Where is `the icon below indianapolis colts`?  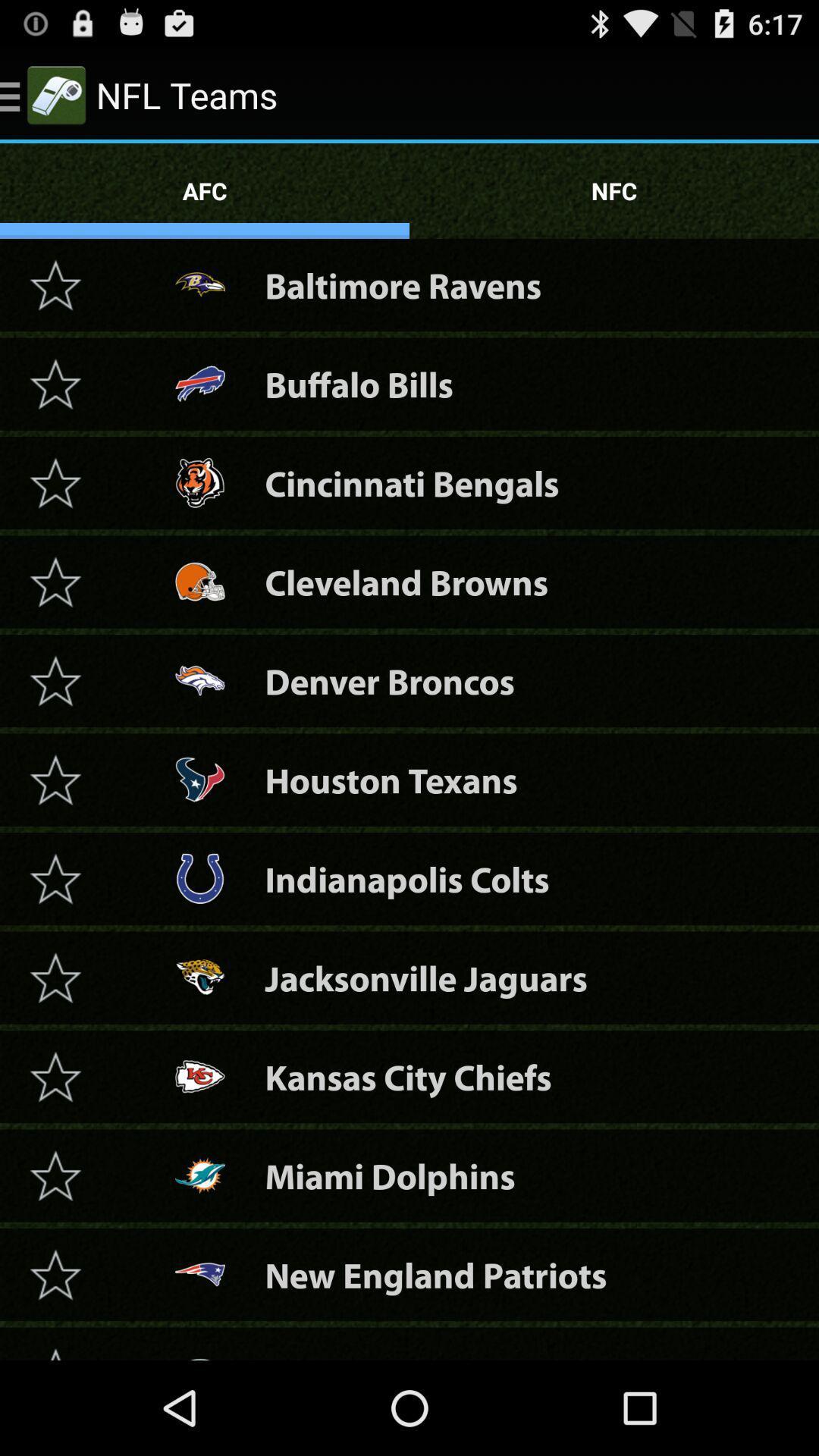
the icon below indianapolis colts is located at coordinates (426, 977).